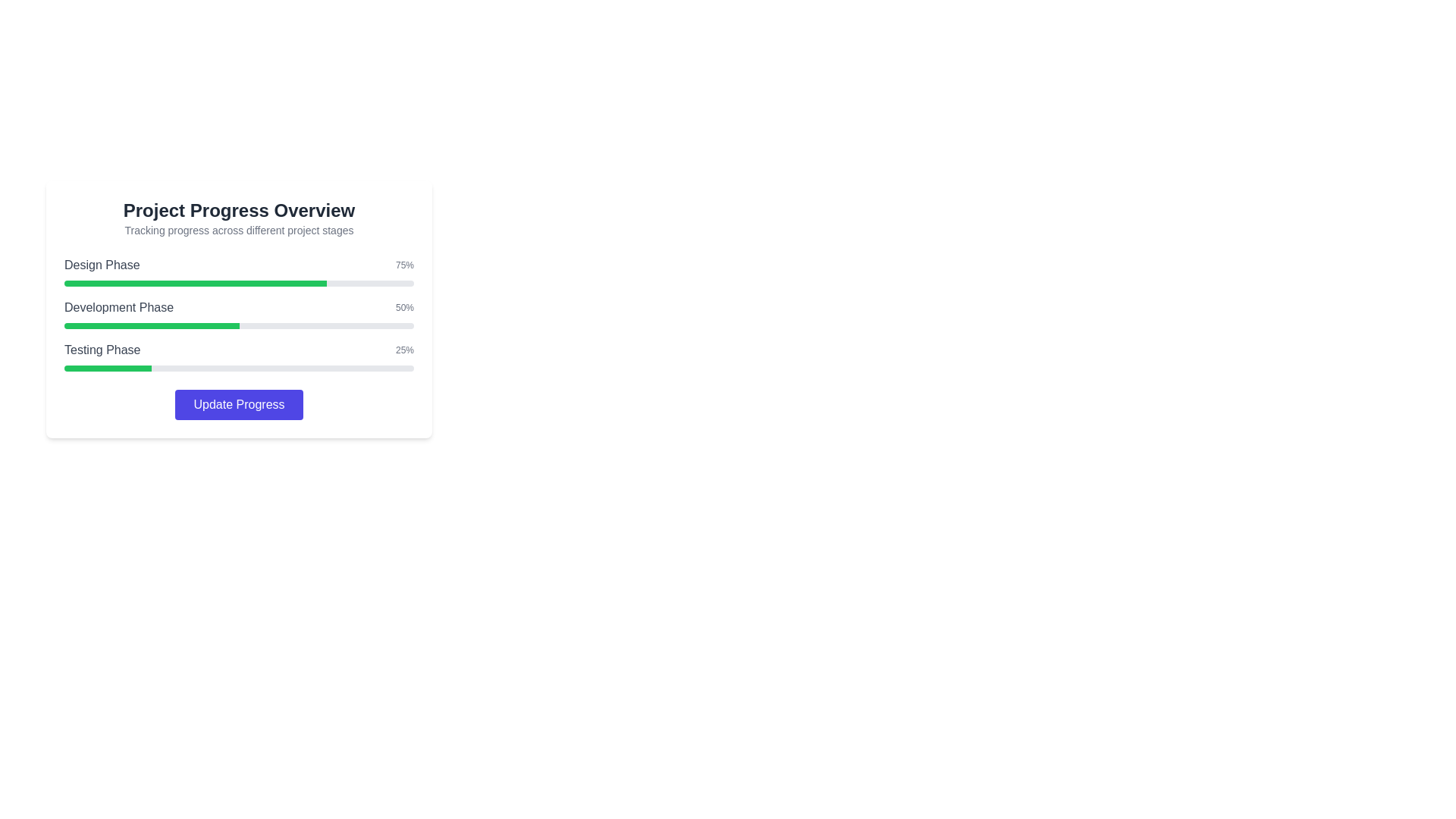  What do you see at coordinates (118, 307) in the screenshot?
I see `the 'Development Phase' text label, which is styled in gray, medium-weight font and is part of a progress overview card section` at bounding box center [118, 307].